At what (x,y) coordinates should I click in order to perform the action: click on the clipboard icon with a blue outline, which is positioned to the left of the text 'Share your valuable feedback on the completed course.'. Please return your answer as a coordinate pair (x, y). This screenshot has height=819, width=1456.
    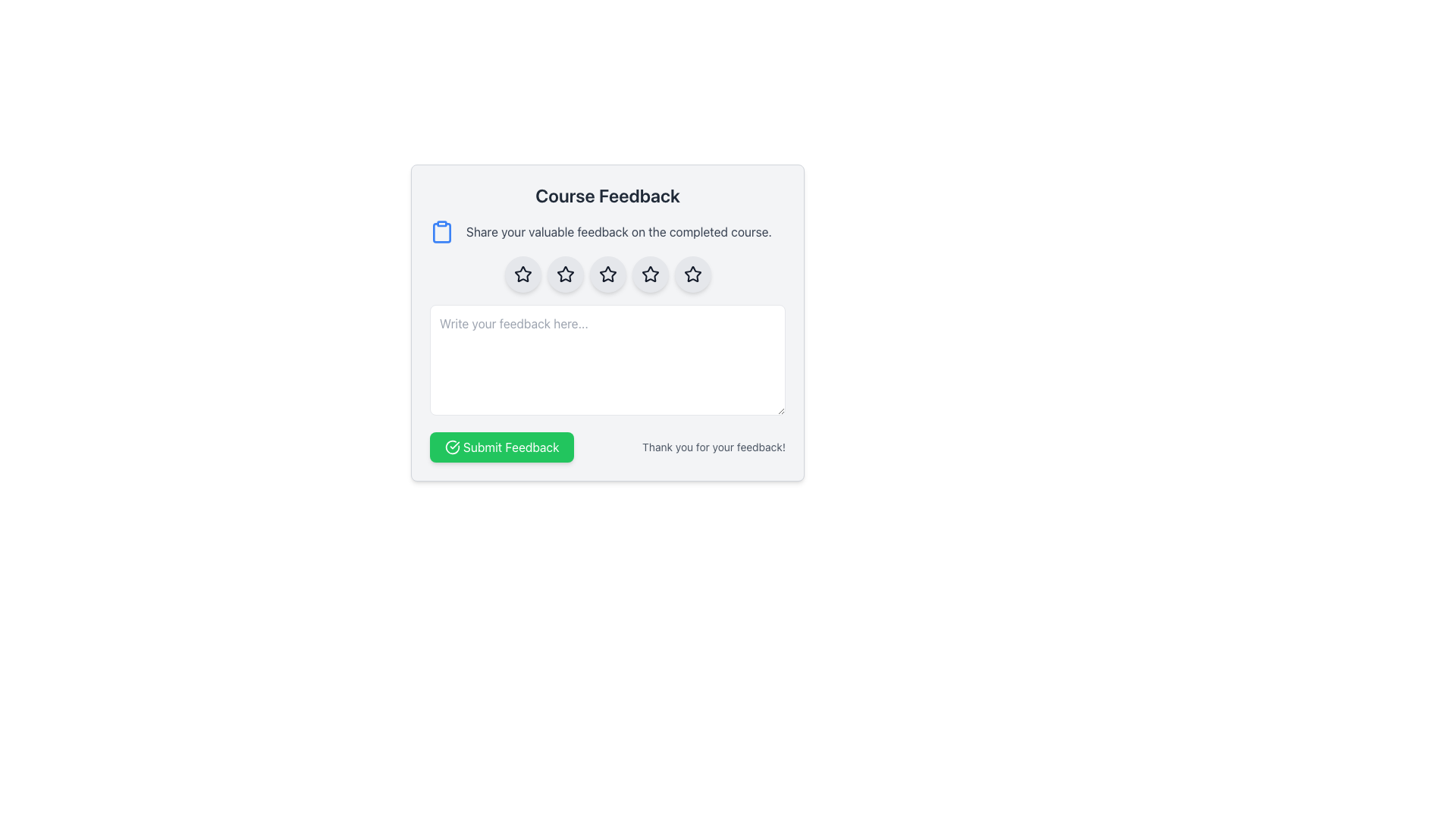
    Looking at the image, I should click on (441, 231).